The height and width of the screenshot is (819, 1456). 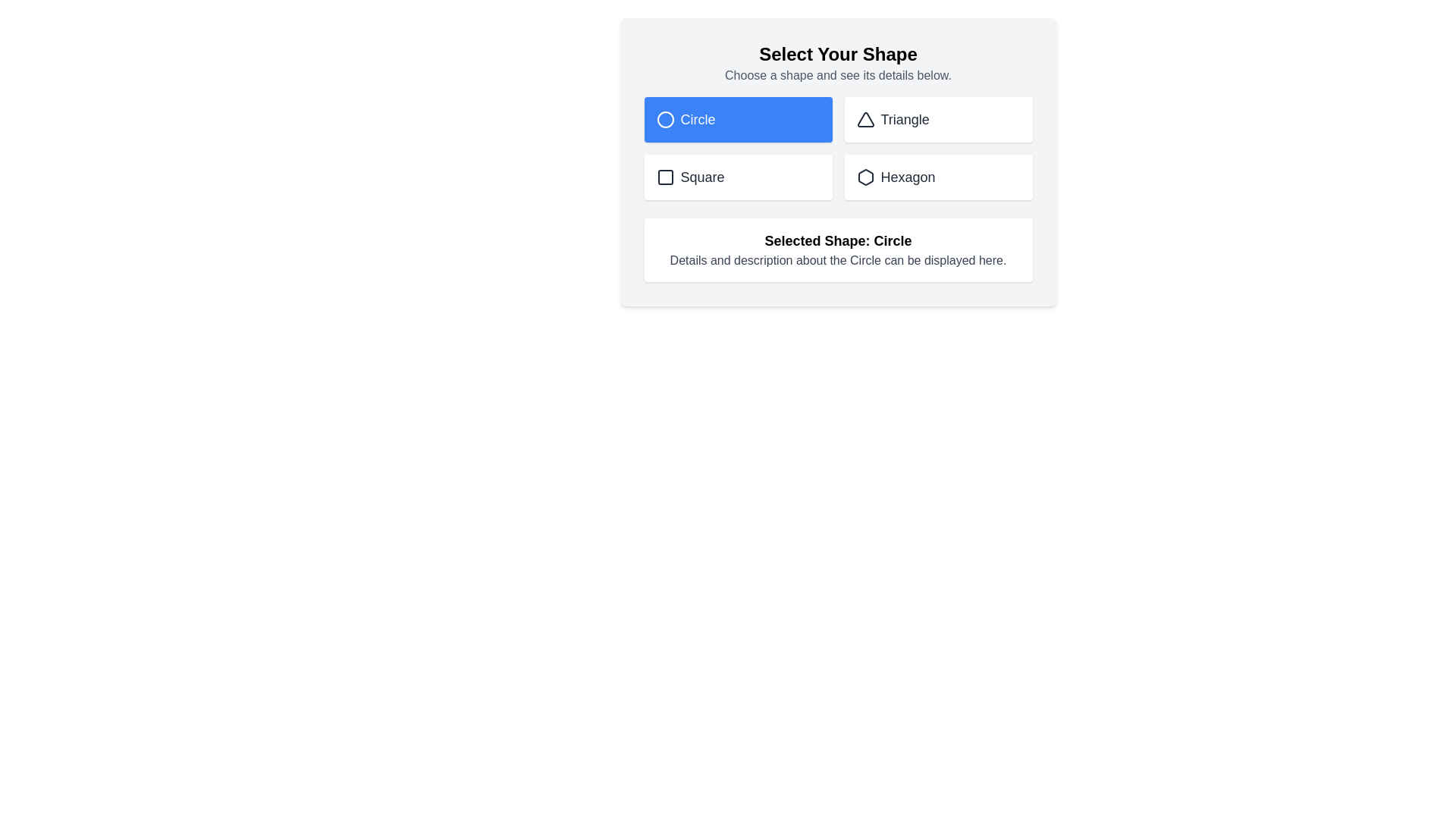 What do you see at coordinates (738, 177) in the screenshot?
I see `the 'Square' button located in the second row, first column of the grid layout` at bounding box center [738, 177].